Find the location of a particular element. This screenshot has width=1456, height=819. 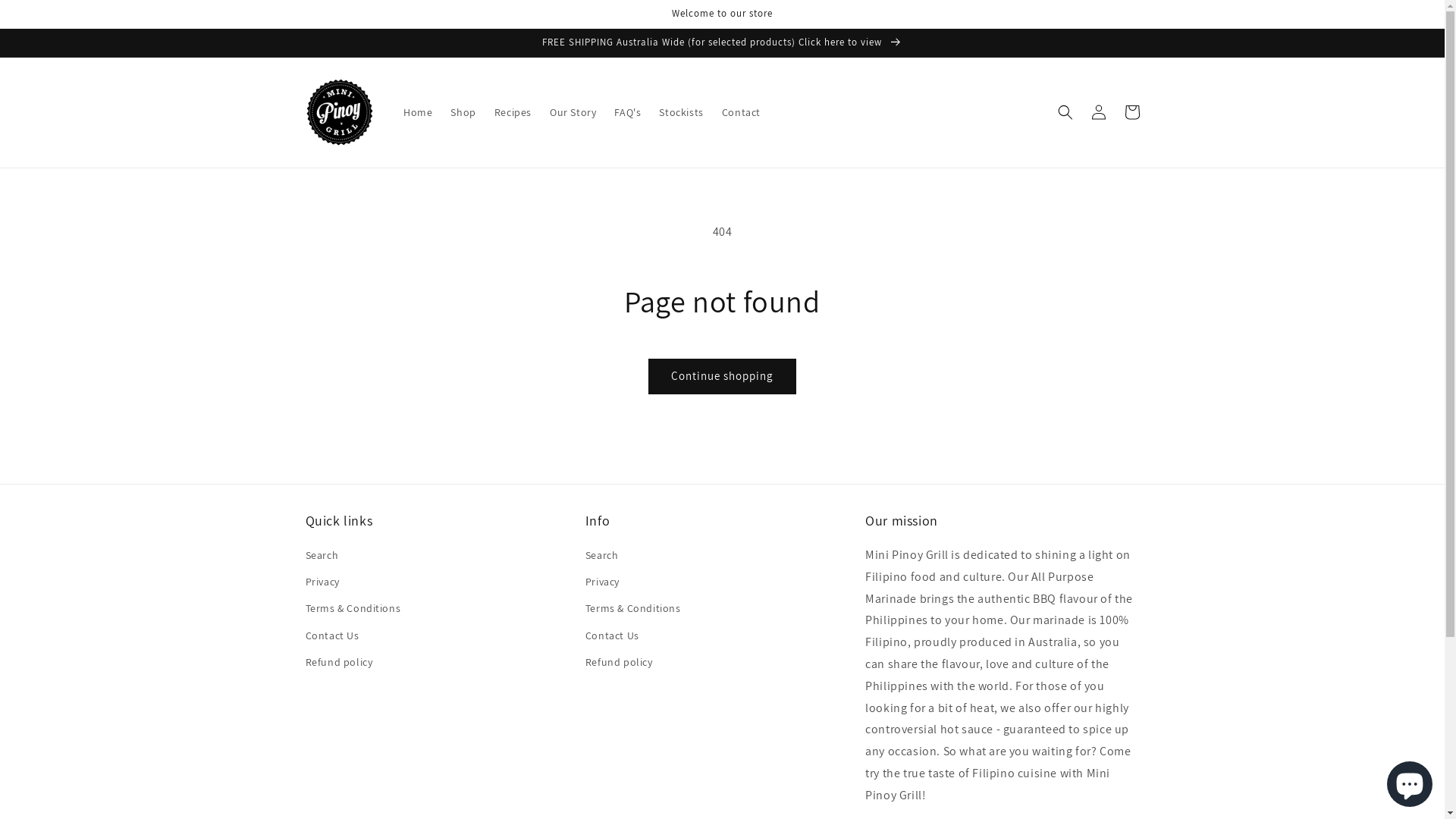

'Home' is located at coordinates (418, 111).